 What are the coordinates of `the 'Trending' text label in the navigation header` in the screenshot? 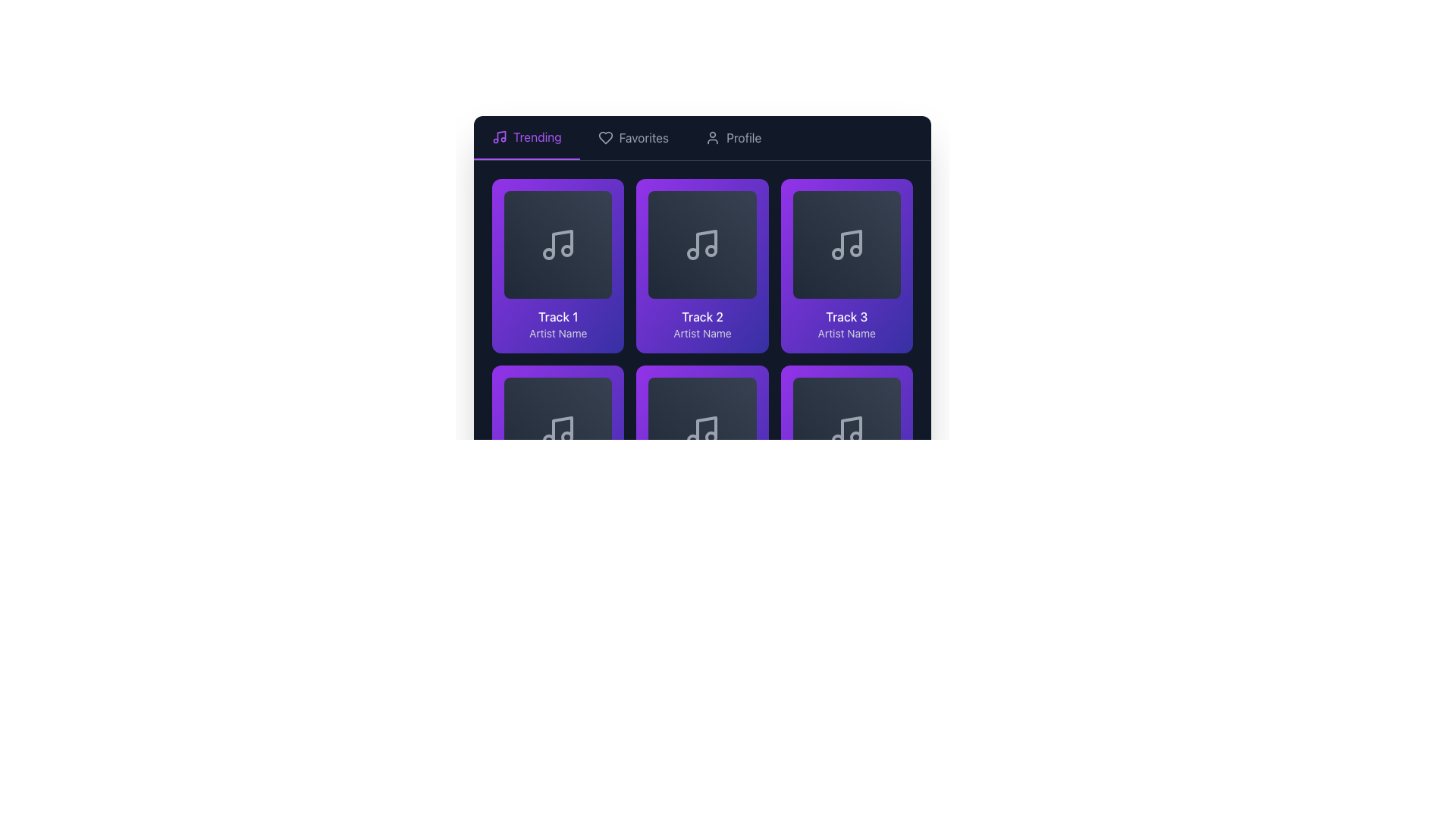 It's located at (537, 137).